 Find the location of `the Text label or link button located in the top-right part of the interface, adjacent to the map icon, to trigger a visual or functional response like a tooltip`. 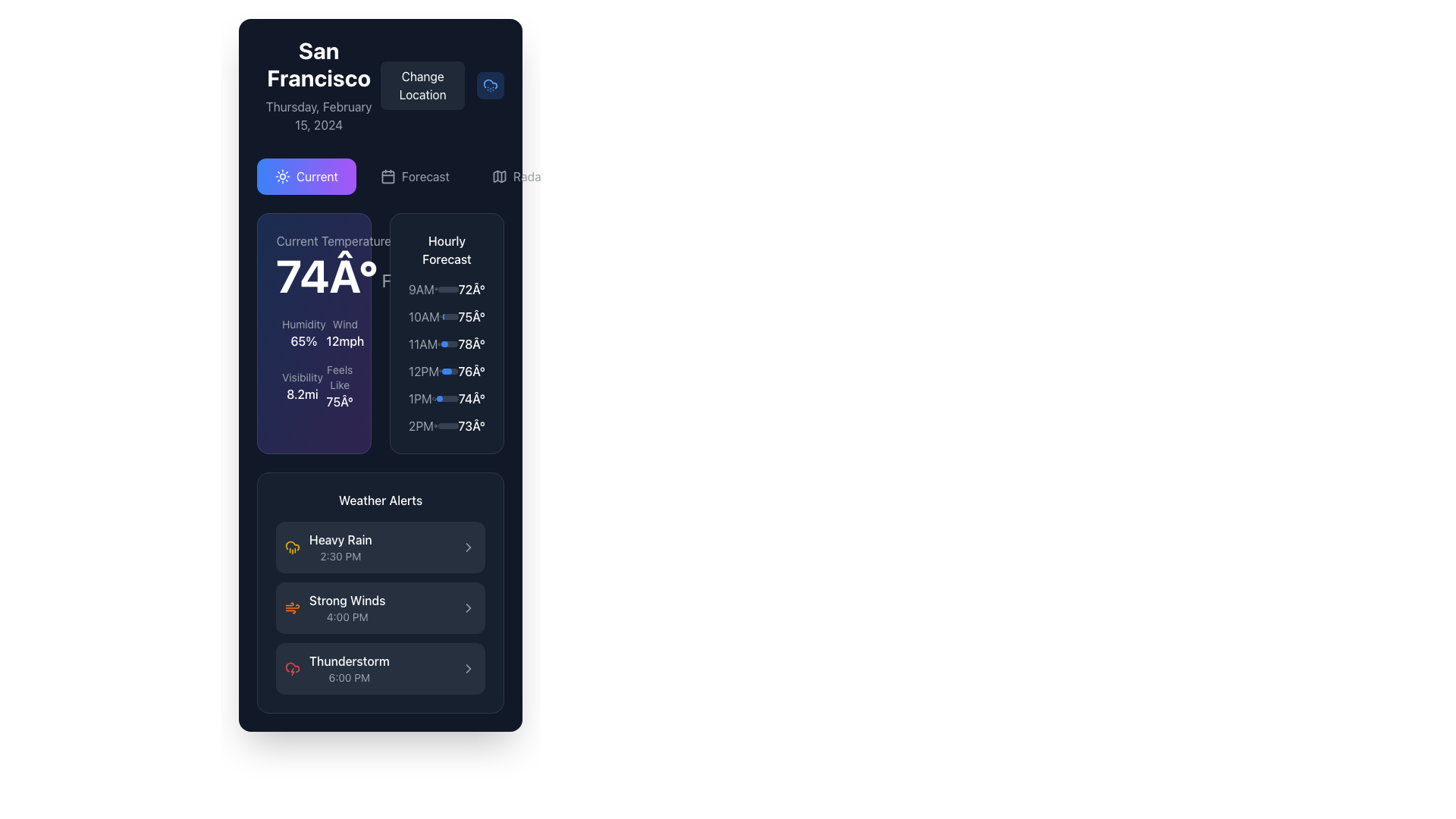

the Text label or link button located in the top-right part of the interface, adjacent to the map icon, to trigger a visual or functional response like a tooltip is located at coordinates (529, 175).